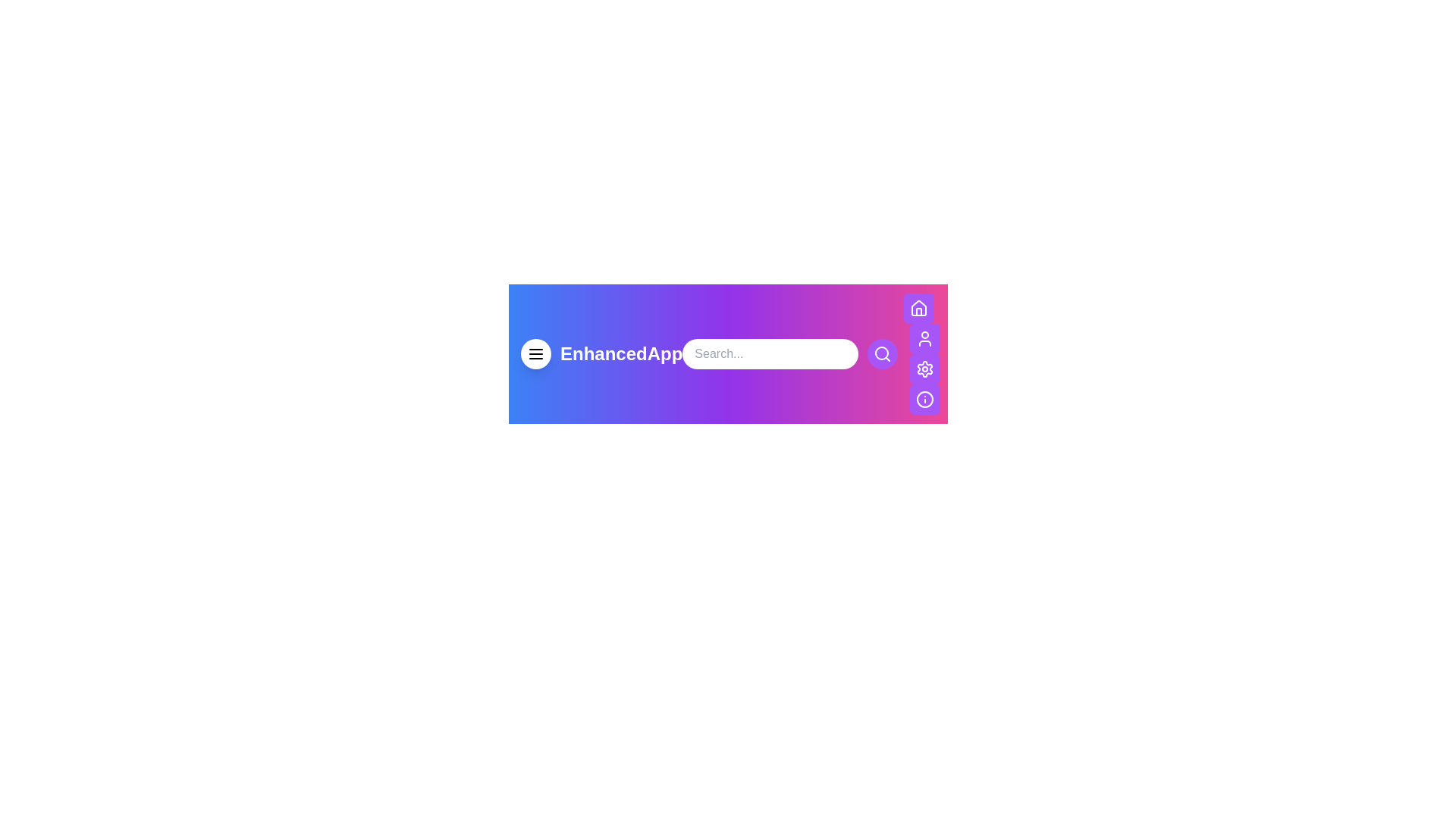 The image size is (1456, 819). I want to click on the navigation button Home, so click(918, 308).